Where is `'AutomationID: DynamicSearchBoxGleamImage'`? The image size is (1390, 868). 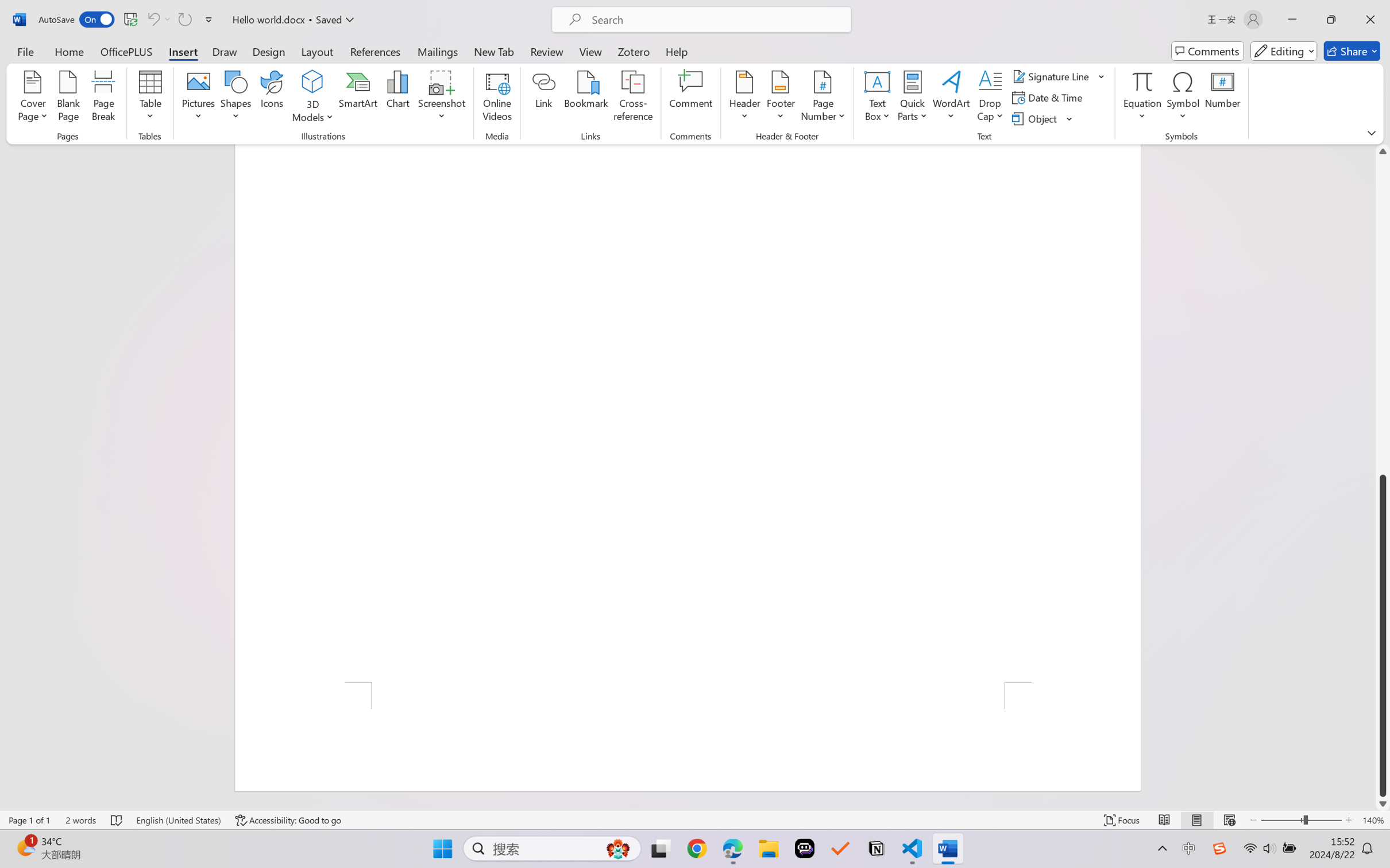 'AutomationID: DynamicSearchBoxGleamImage' is located at coordinates (618, 848).